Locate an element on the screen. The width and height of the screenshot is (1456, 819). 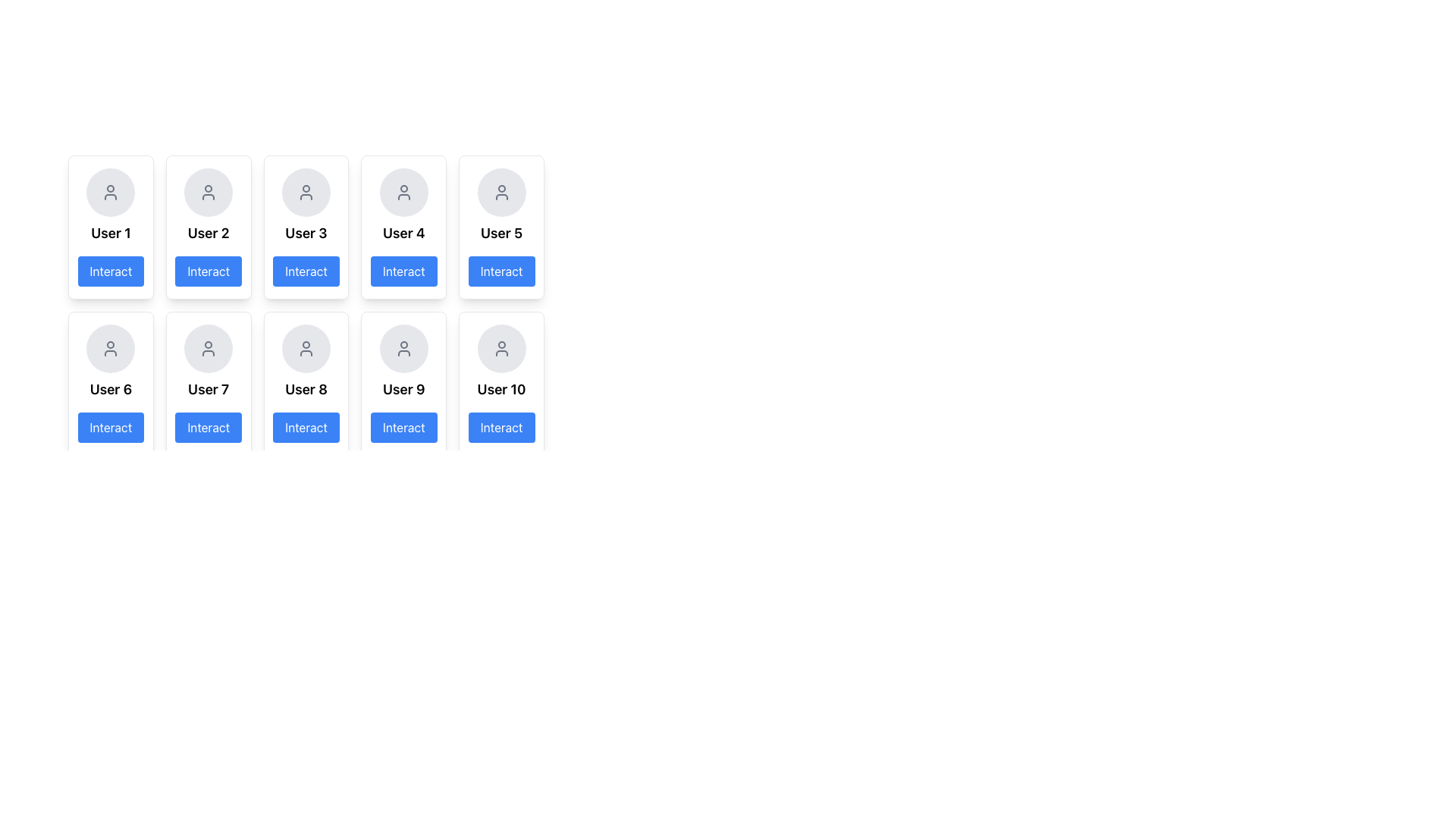
the Interactive Card with User Details labeled 'User 1', which is the first card in the grid layout located at the top-left corner is located at coordinates (110, 227).